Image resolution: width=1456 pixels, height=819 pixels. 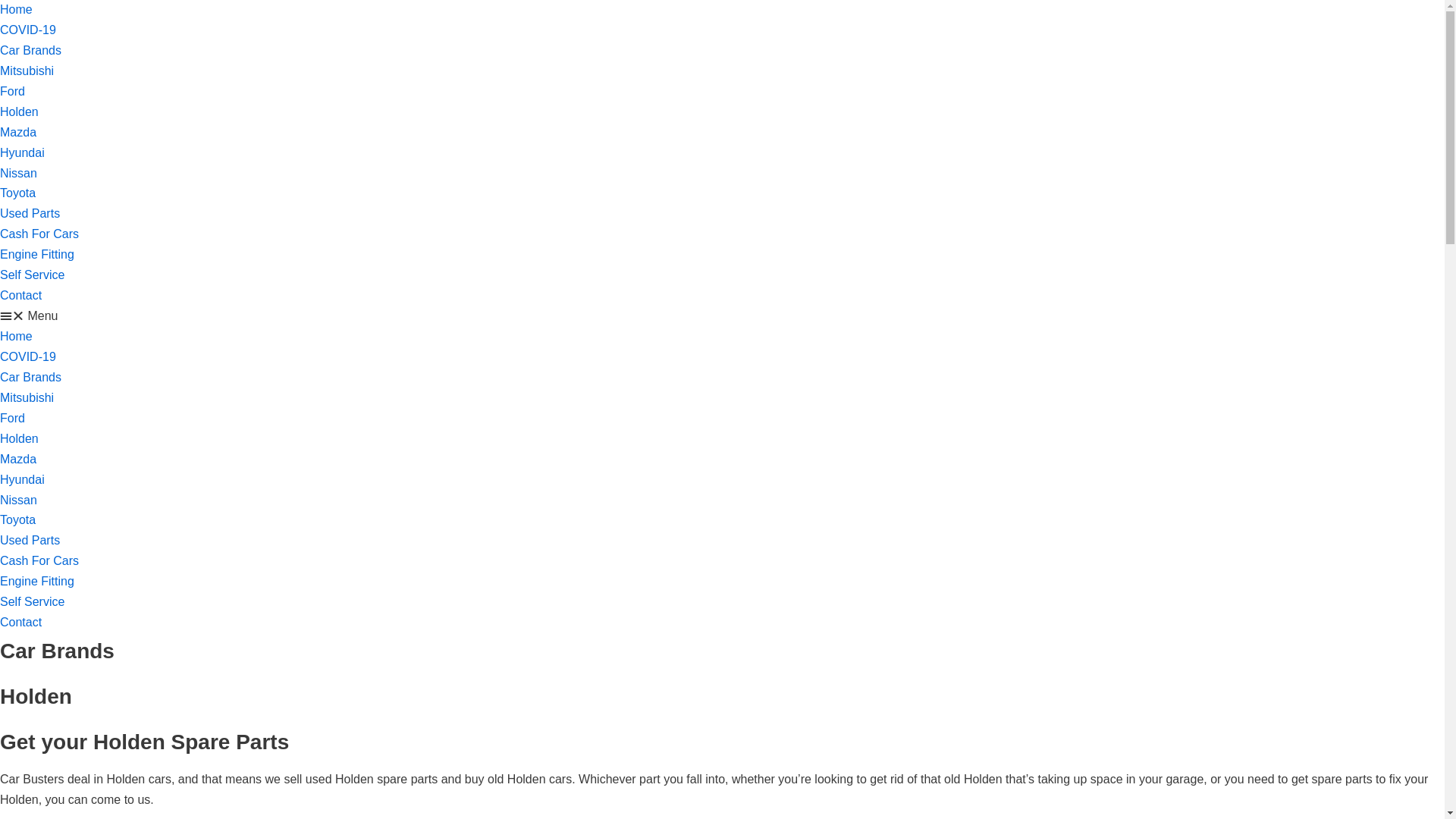 What do you see at coordinates (0, 8) in the screenshot?
I see `'Skip to content'` at bounding box center [0, 8].